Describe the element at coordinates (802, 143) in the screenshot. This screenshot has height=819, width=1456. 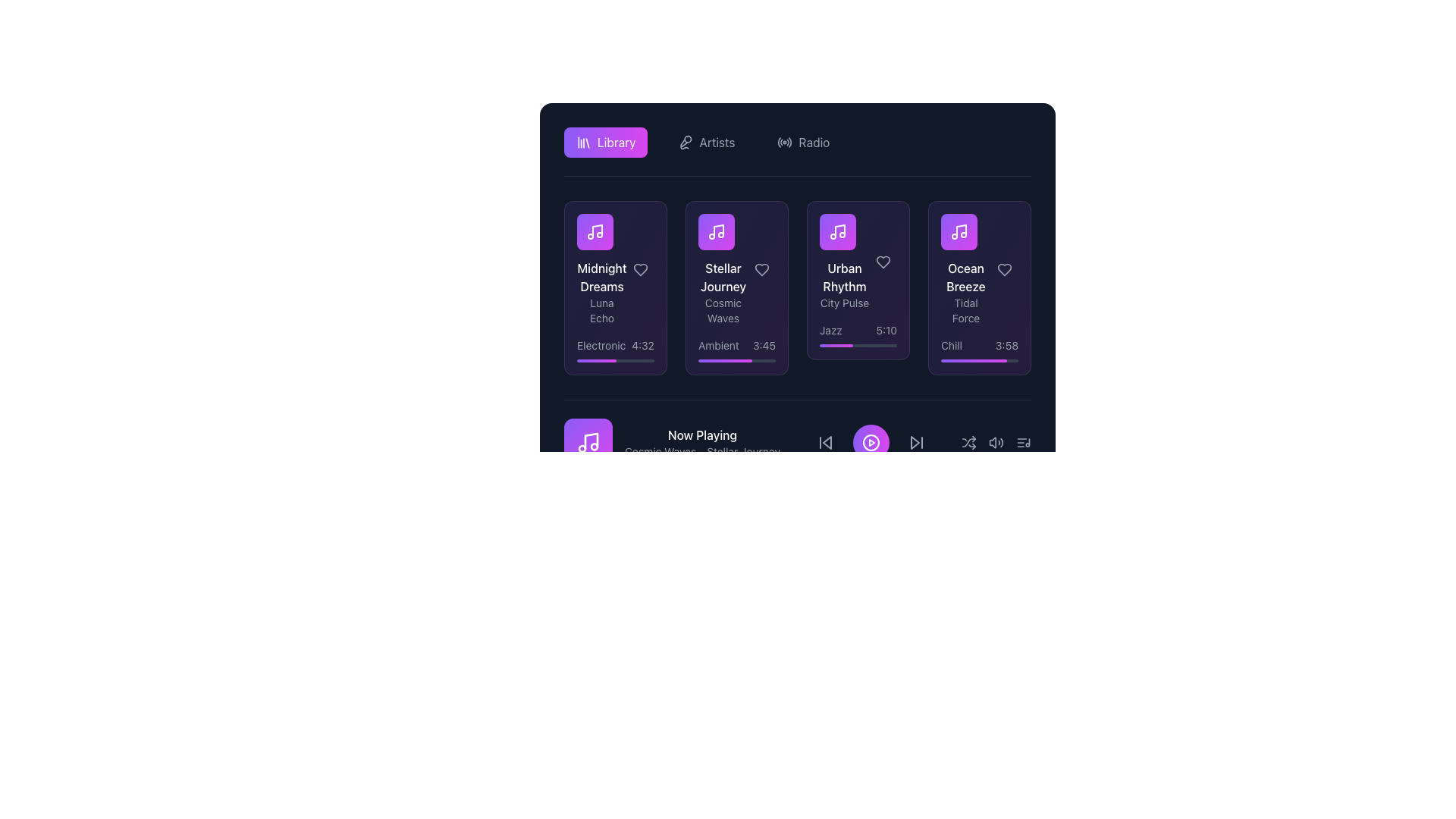
I see `the 'Radio' navigation button, which is the third option in a horizontal row of navigation buttons labeled 'Radio', 'Library', and 'Artists'` at that location.